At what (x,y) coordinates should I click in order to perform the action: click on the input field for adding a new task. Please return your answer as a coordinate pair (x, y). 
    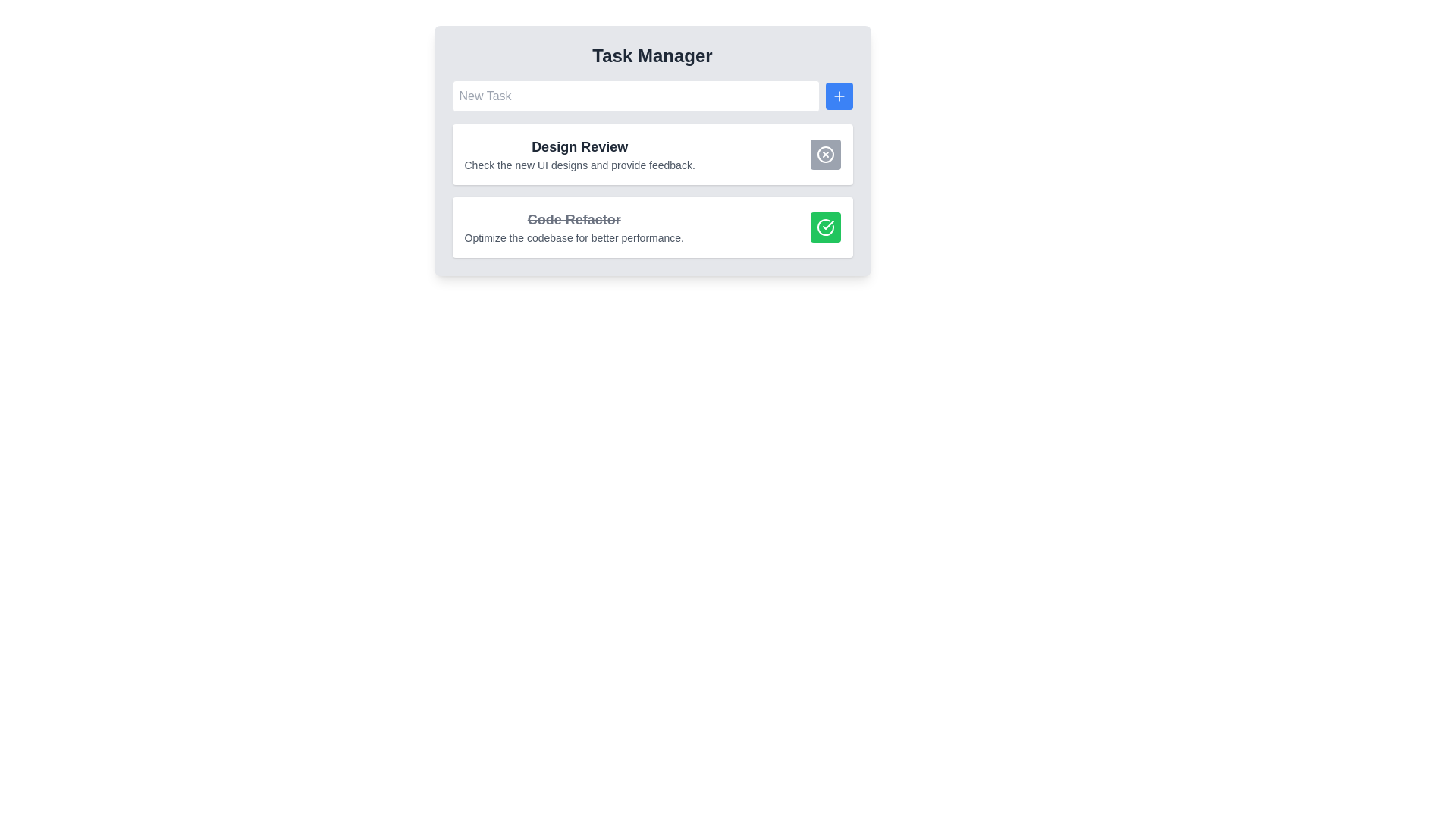
    Looking at the image, I should click on (652, 96).